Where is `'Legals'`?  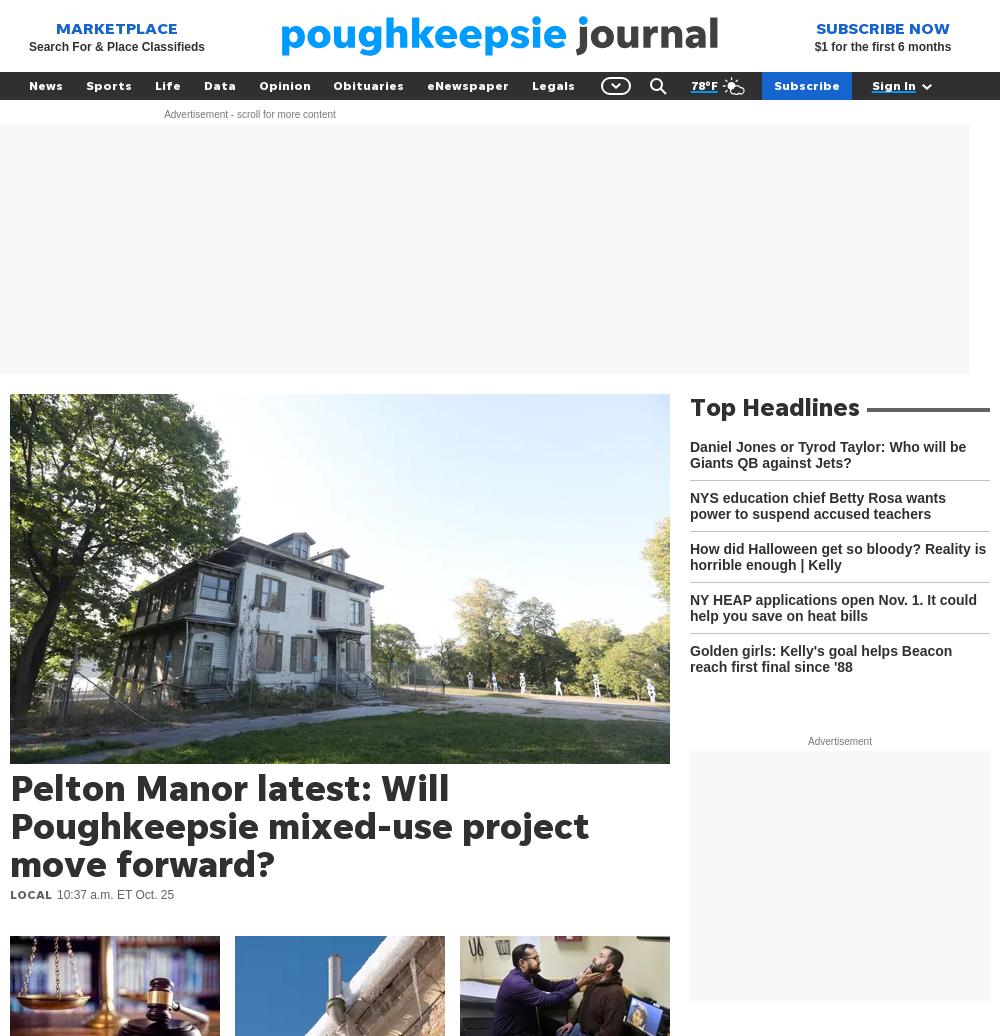
'Legals' is located at coordinates (532, 85).